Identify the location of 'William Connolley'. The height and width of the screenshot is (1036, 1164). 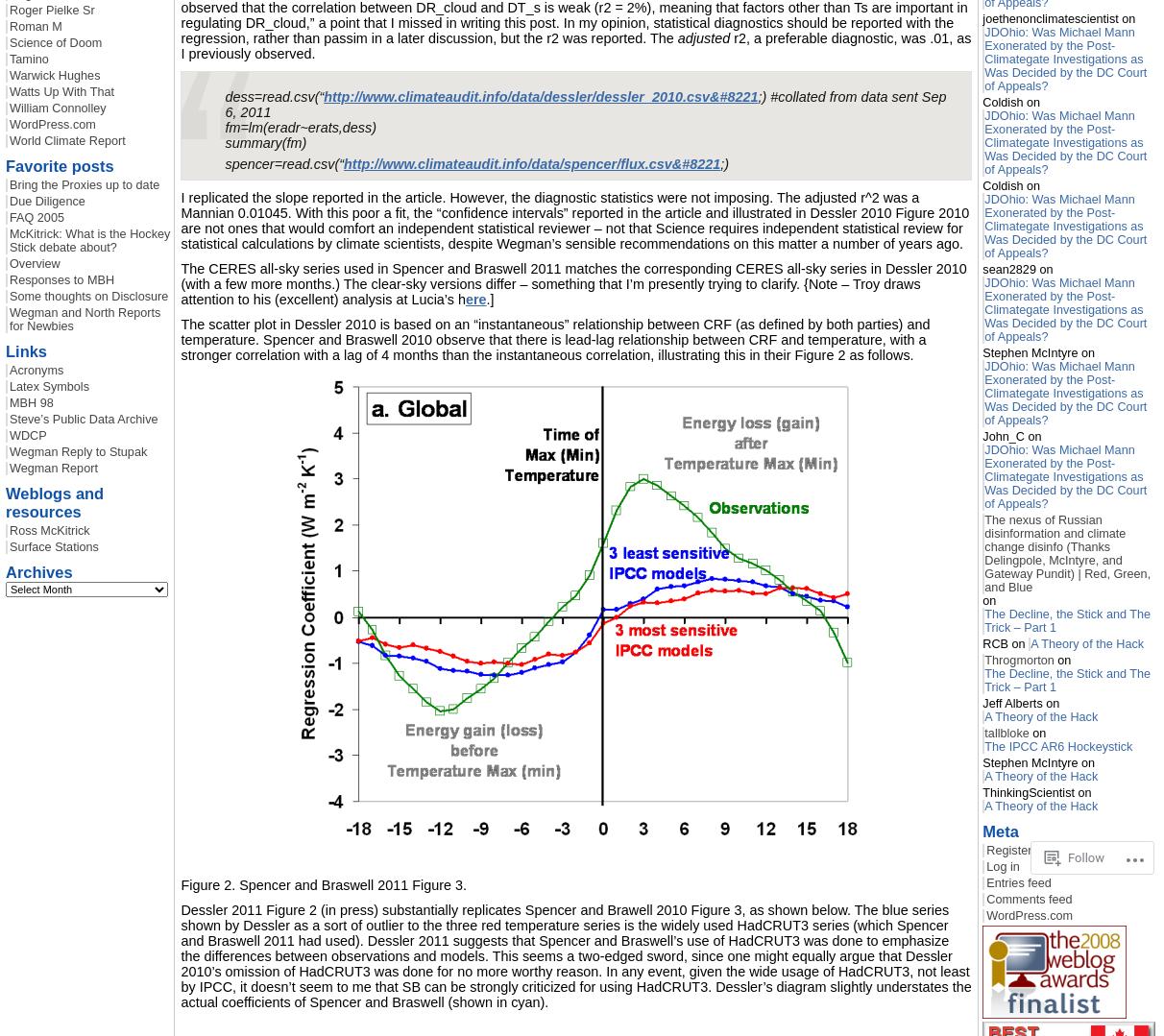
(56, 108).